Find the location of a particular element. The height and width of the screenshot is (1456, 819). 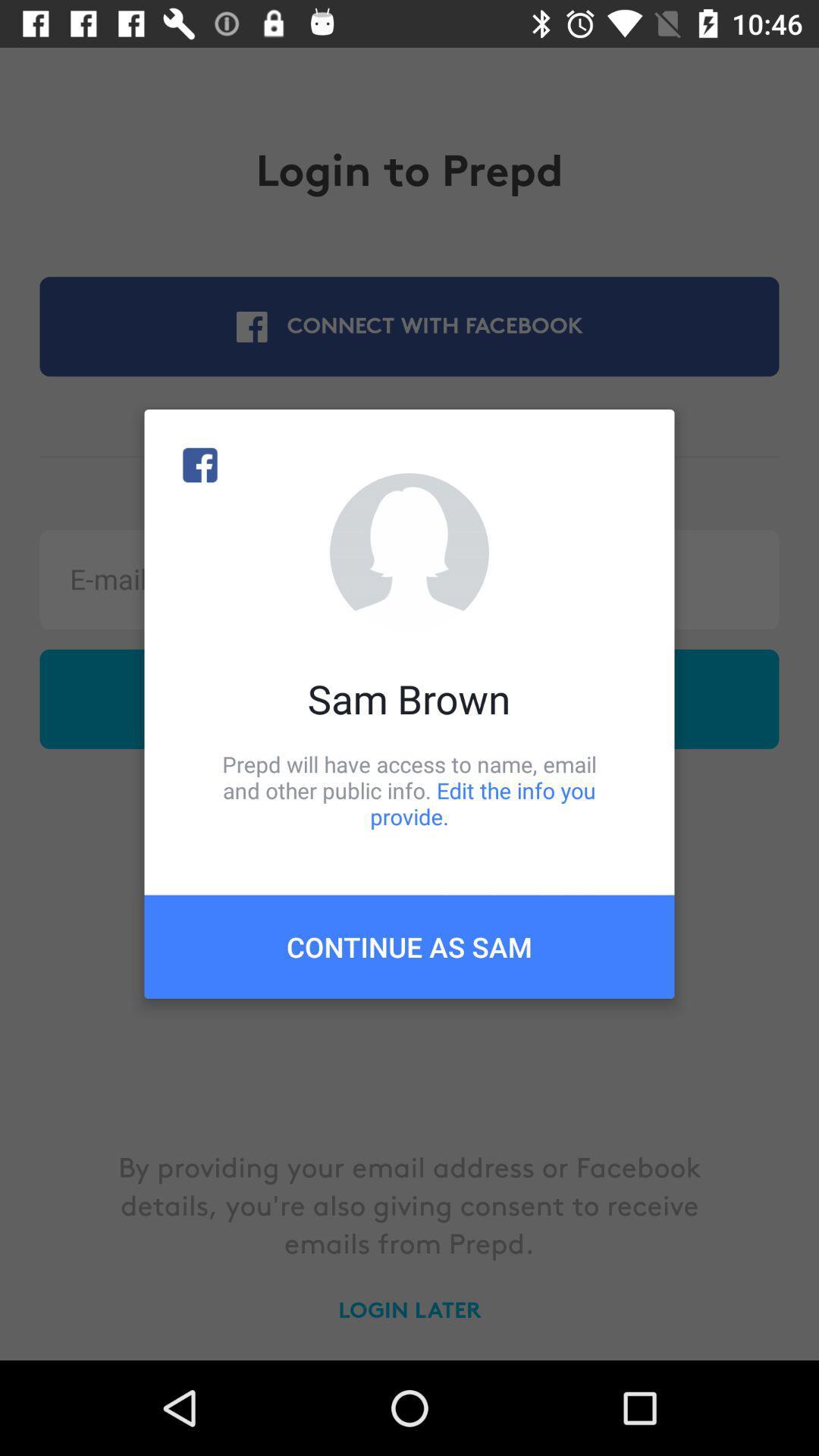

icon below the prepd will have item is located at coordinates (409, 946).